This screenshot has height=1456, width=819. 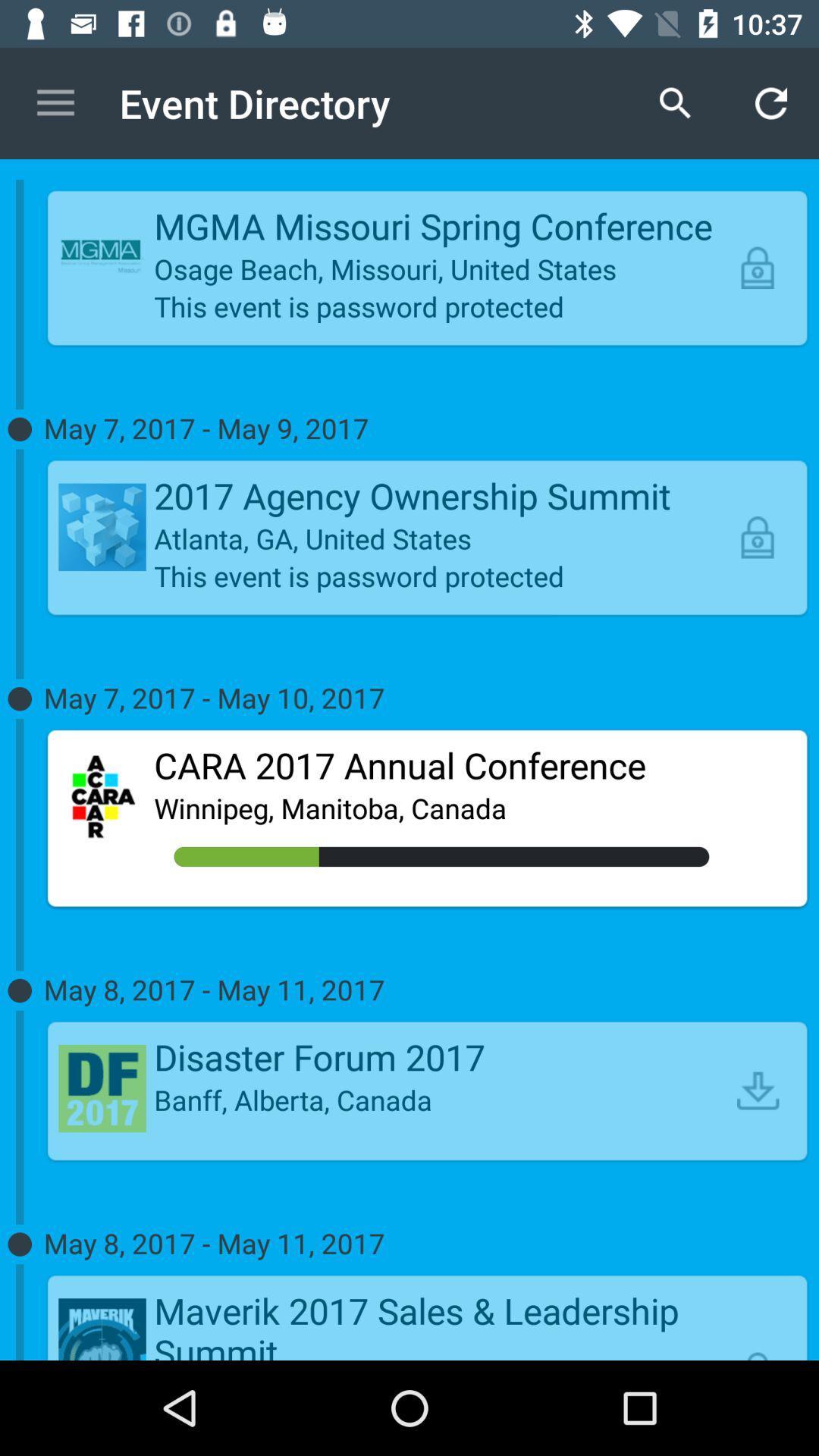 What do you see at coordinates (441, 1100) in the screenshot?
I see `the banff, alberta, canada` at bounding box center [441, 1100].